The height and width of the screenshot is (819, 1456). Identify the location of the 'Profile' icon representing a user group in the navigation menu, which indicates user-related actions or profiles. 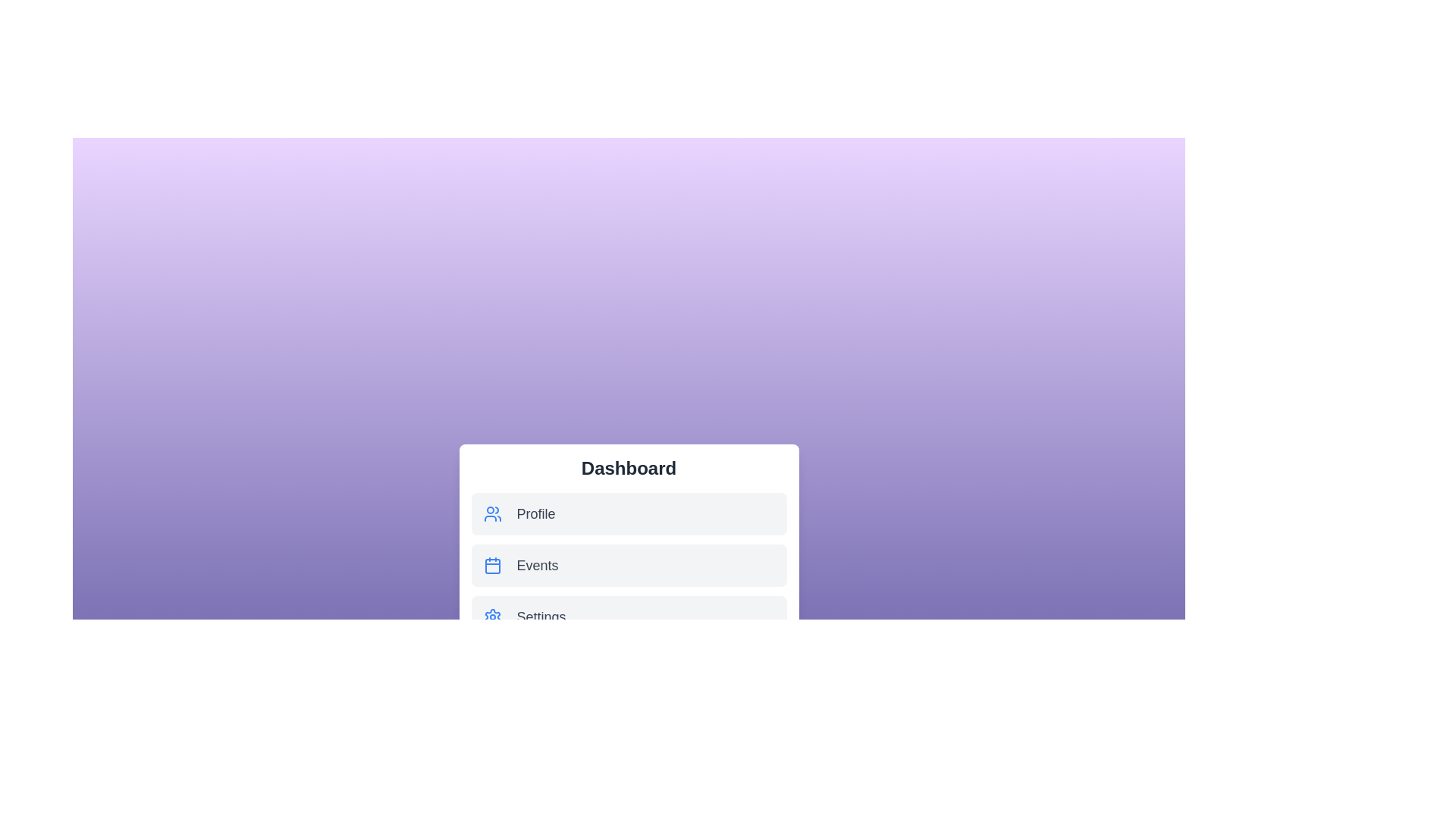
(492, 513).